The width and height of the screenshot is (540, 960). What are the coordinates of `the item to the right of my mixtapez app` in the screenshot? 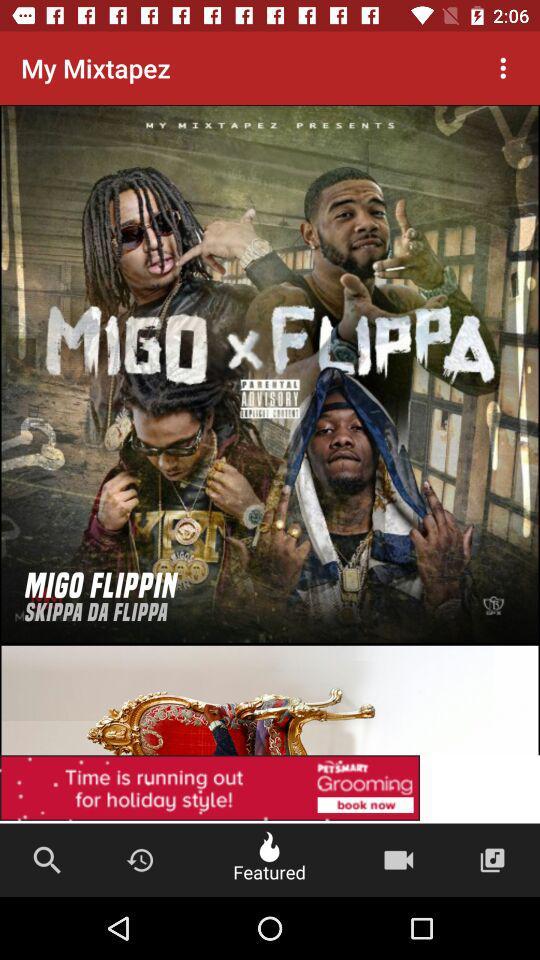 It's located at (502, 68).